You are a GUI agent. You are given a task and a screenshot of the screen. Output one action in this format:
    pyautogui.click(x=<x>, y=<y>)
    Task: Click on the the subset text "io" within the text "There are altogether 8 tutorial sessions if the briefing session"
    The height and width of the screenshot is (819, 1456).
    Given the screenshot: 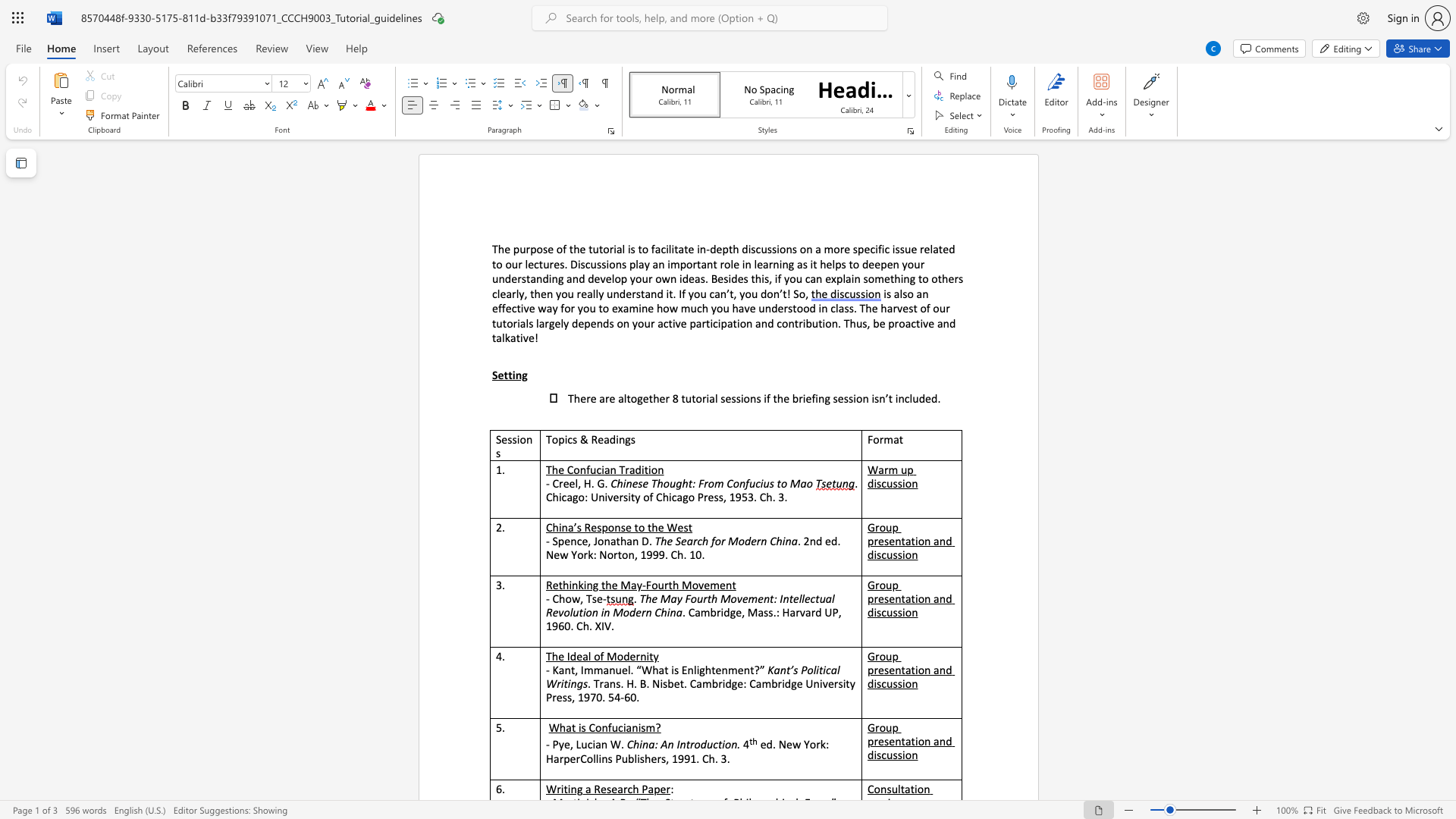 What is the action you would take?
    pyautogui.click(x=853, y=397)
    